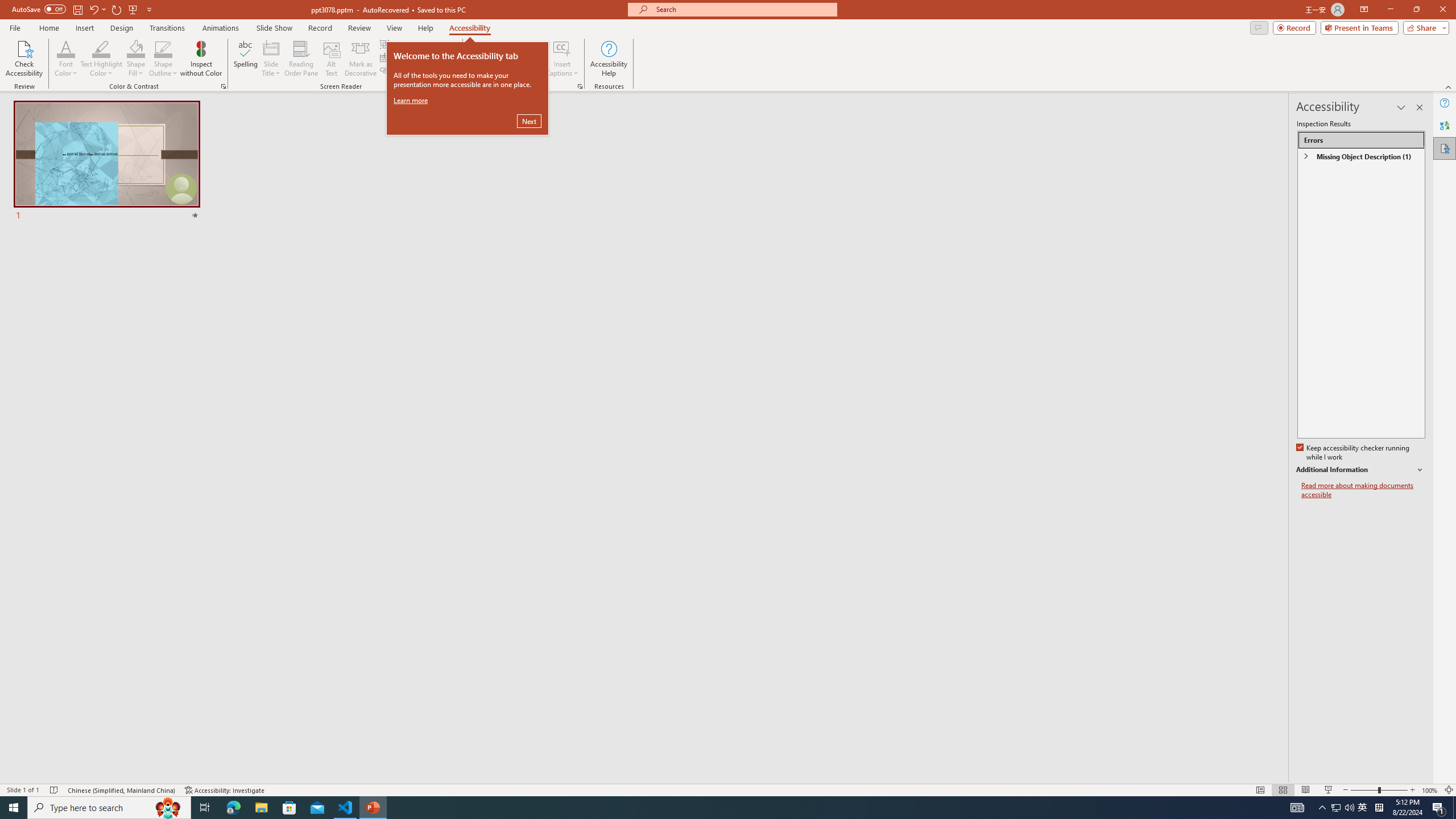 Image resolution: width=1456 pixels, height=819 pixels. I want to click on 'Shape Fill', so click(136, 48).